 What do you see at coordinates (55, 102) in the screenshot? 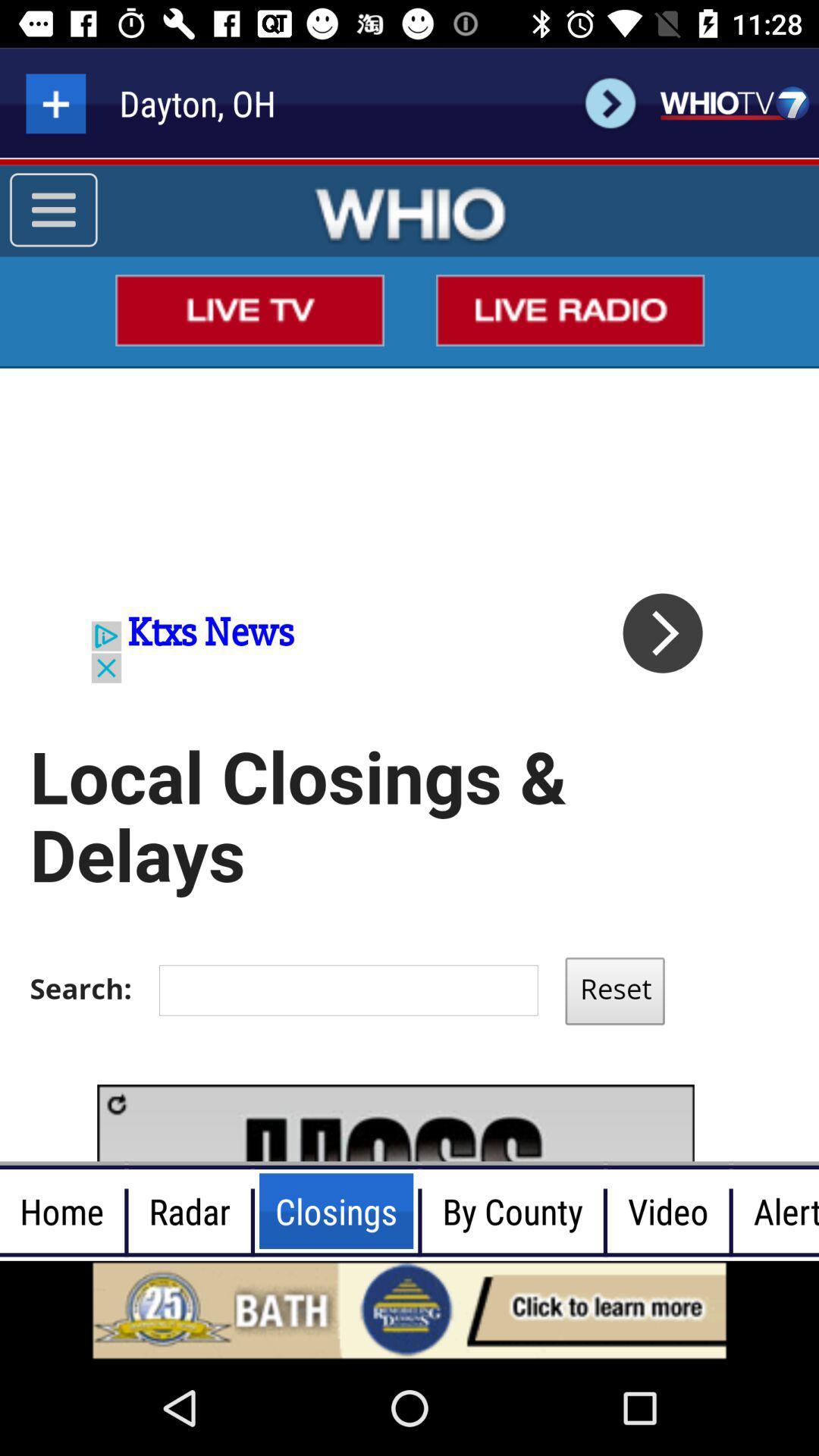
I see `the add icon` at bounding box center [55, 102].